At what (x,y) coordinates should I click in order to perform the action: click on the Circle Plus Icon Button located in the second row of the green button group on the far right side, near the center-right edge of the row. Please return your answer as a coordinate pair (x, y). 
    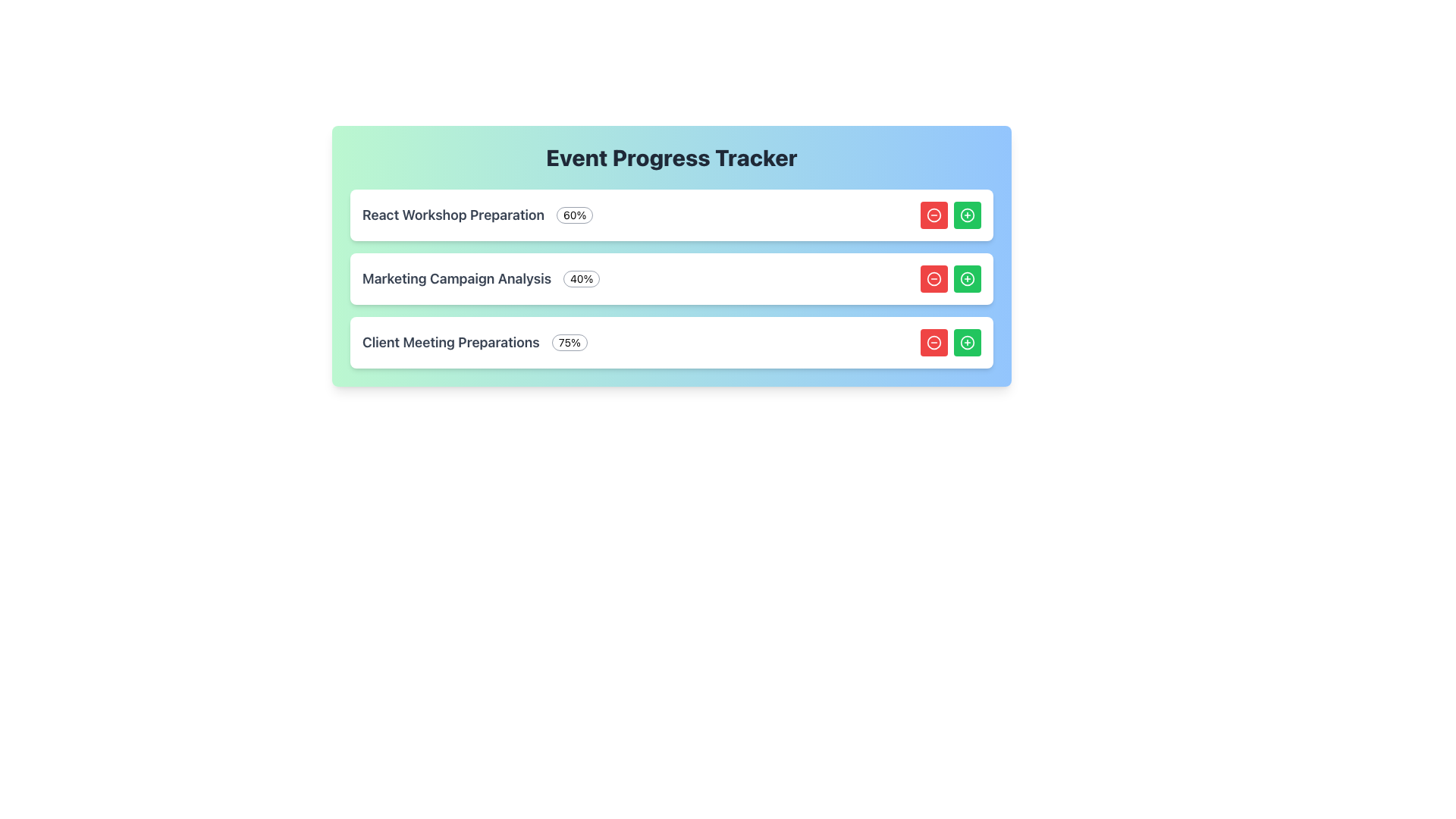
    Looking at the image, I should click on (967, 278).